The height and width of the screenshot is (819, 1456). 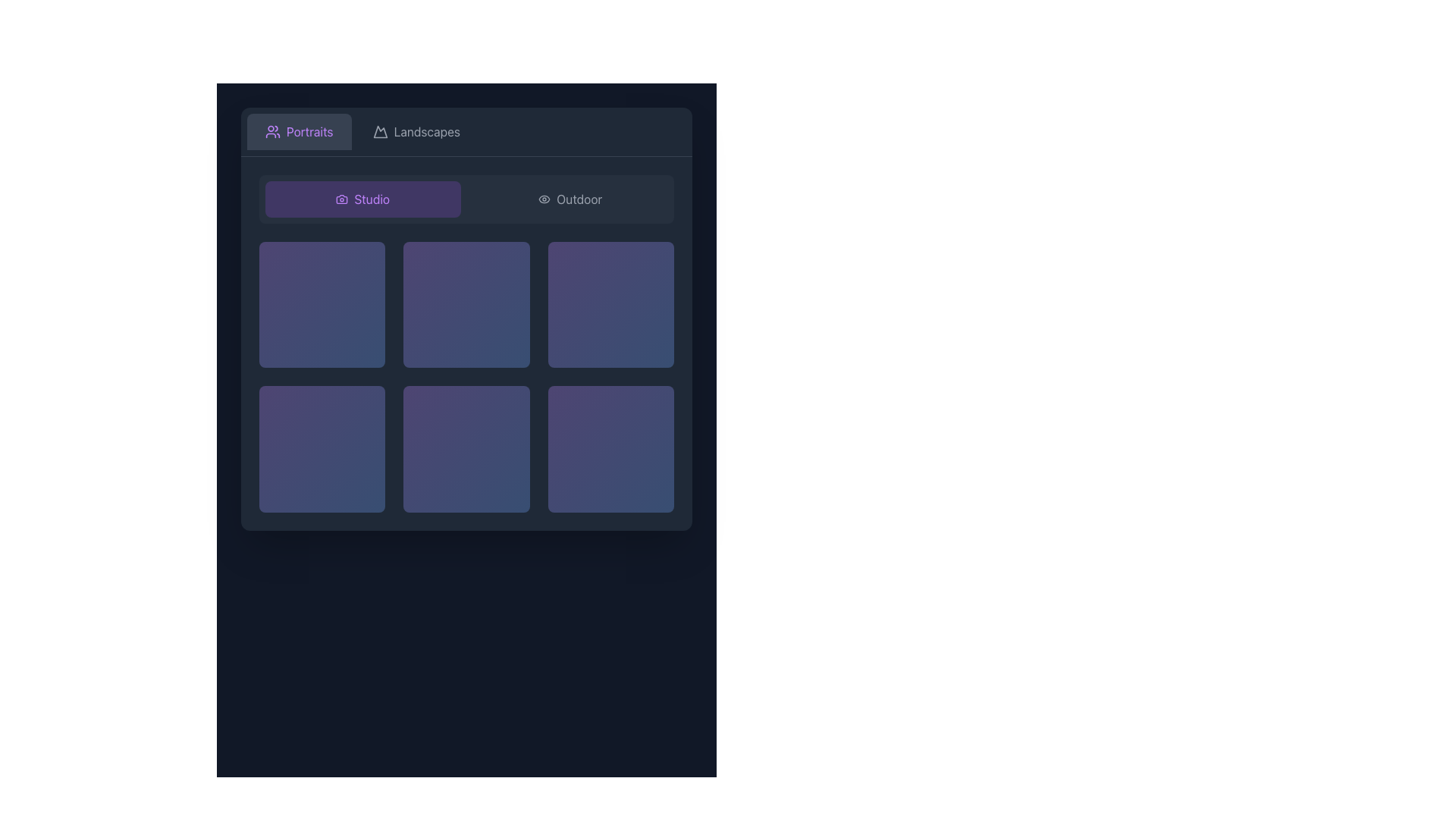 What do you see at coordinates (610, 492) in the screenshot?
I see `the interactive placeholder at the bottom section of the sixth photo card labeled 'Photo Title 6'` at bounding box center [610, 492].